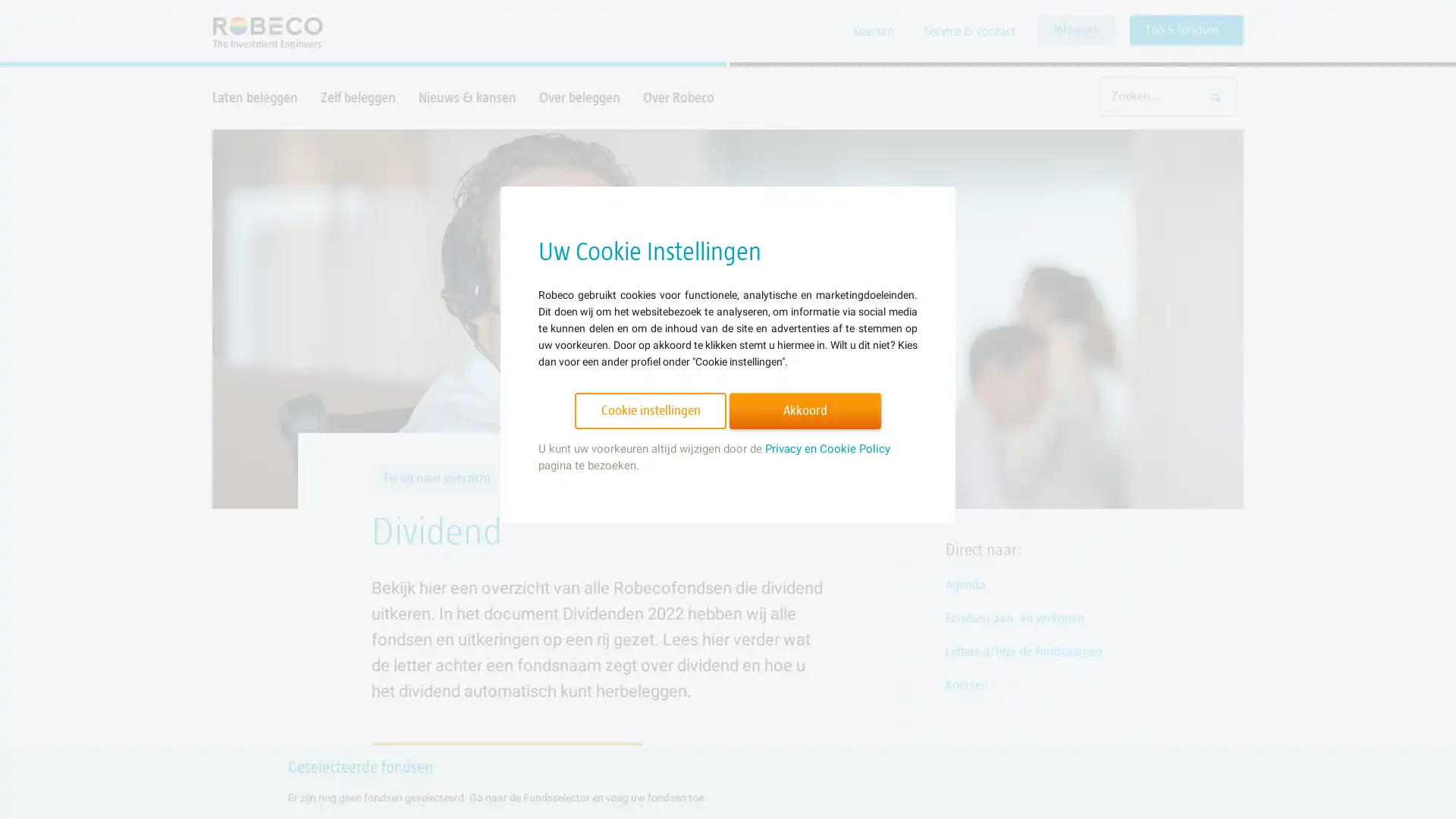 This screenshot has height=819, width=1456. What do you see at coordinates (677, 97) in the screenshot?
I see `Over Robeco` at bounding box center [677, 97].